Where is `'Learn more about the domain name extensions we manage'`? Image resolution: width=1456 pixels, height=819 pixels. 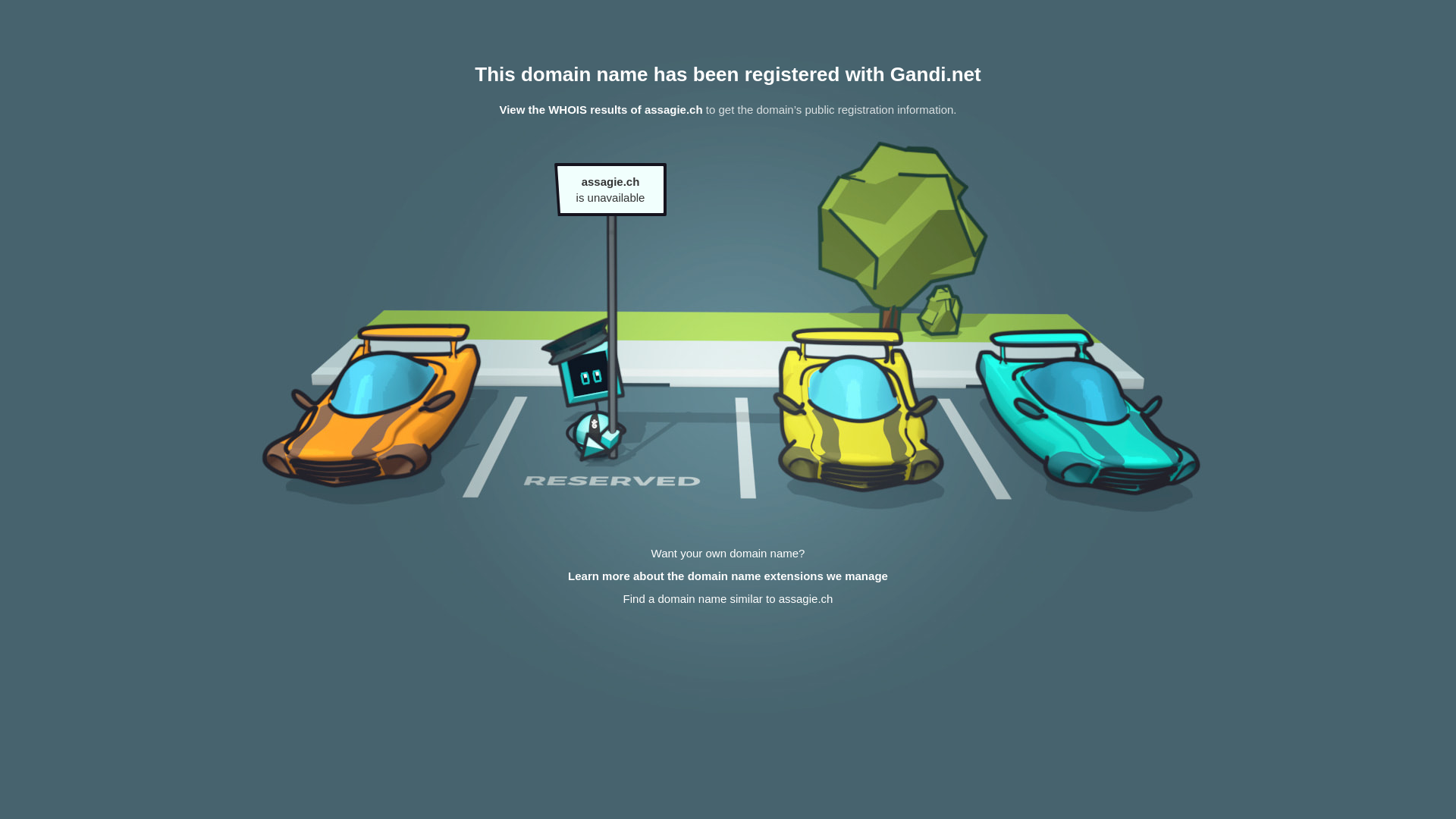 'Learn more about the domain name extensions we manage' is located at coordinates (728, 576).